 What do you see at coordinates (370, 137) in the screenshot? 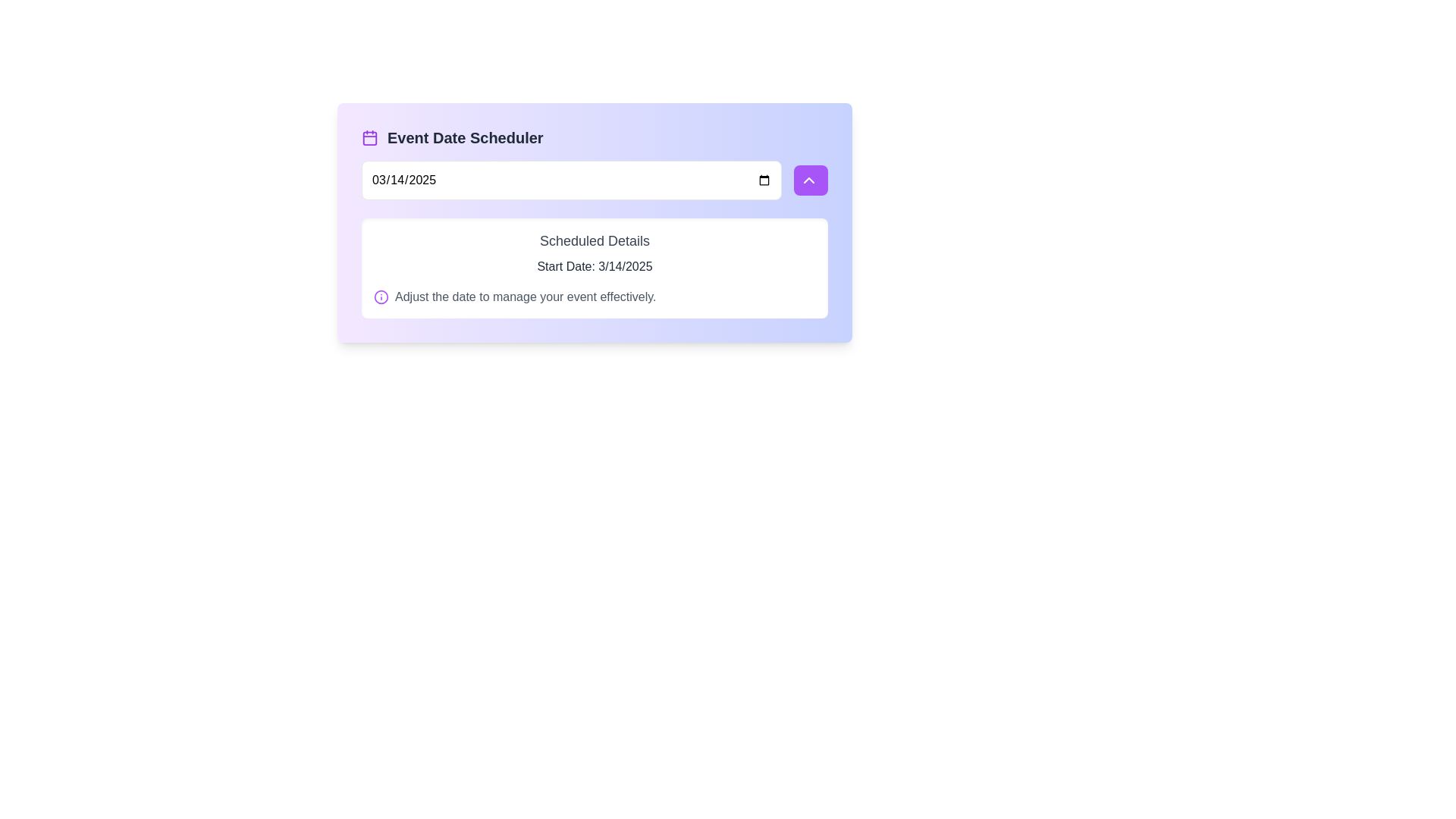
I see `the purple calendar icon located to the left of the 'Event Date Scheduler' text in the header area` at bounding box center [370, 137].